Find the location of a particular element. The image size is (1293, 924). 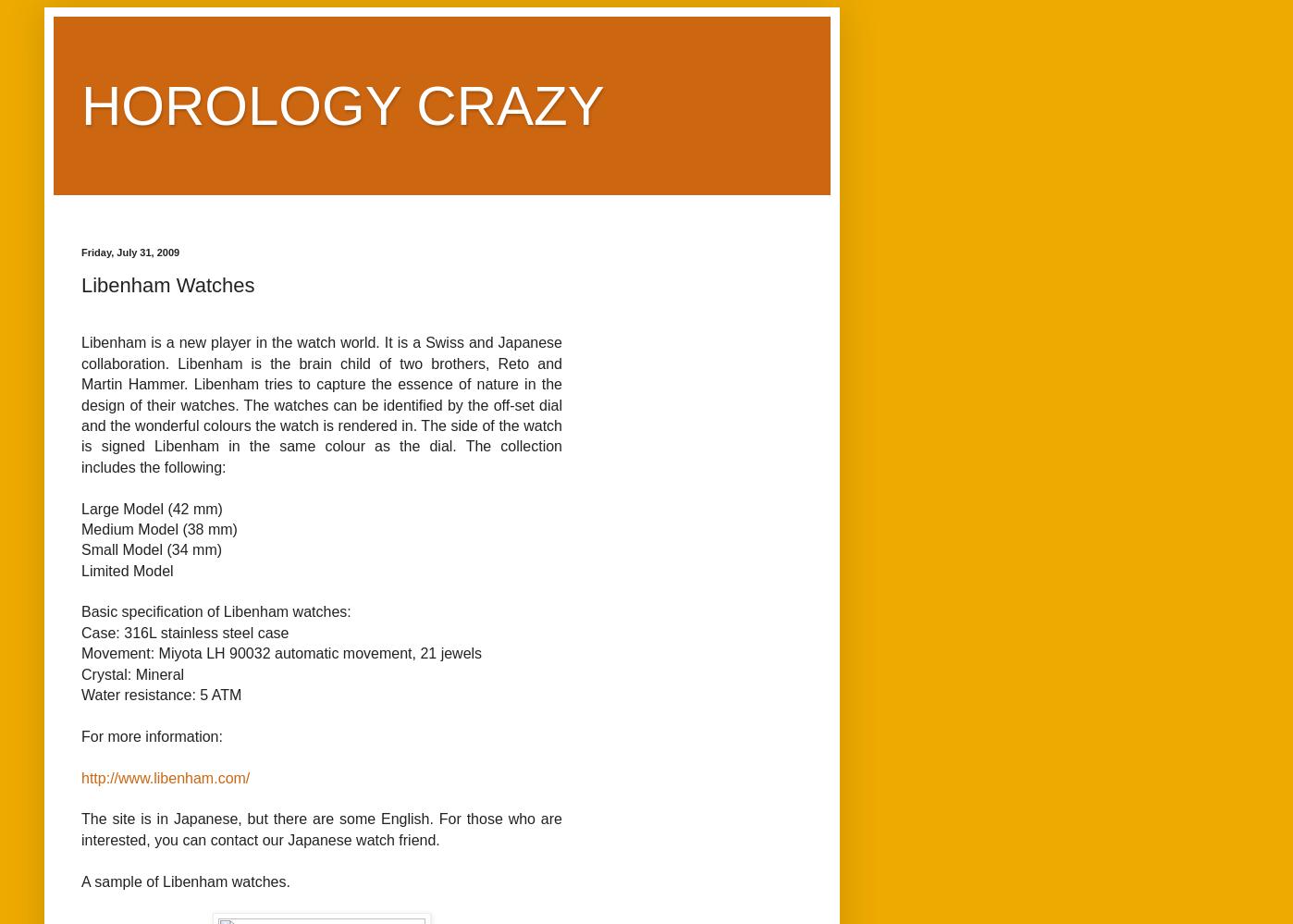

'Large Model (42 mm)' is located at coordinates (151, 507).